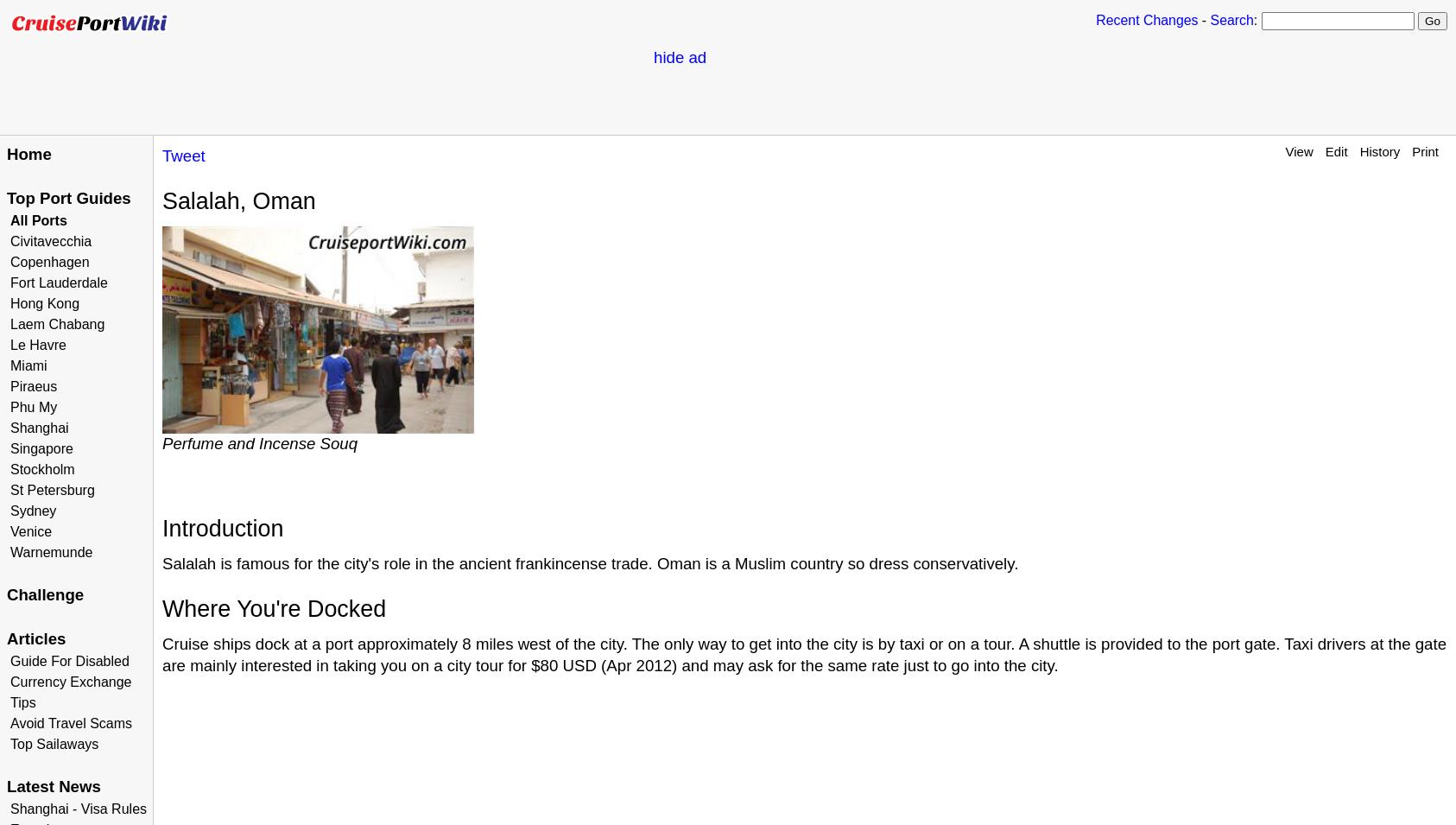 The height and width of the screenshot is (825, 1456). I want to click on 'Avoid Travel Scams', so click(70, 723).